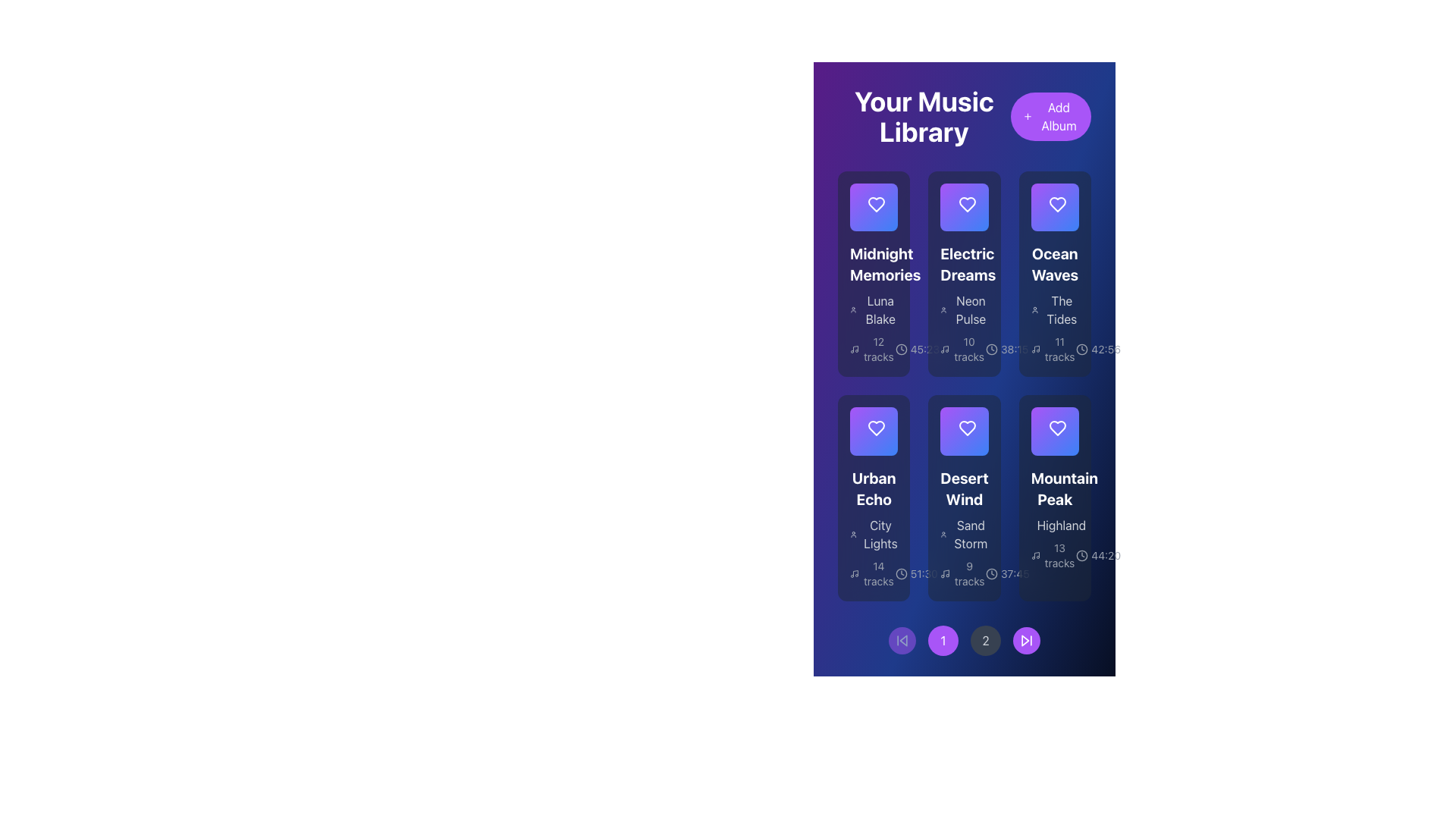  What do you see at coordinates (1054, 207) in the screenshot?
I see `the Interactive Heart icon with a radiant gradient background located in the 'Ocean Waves' card` at bounding box center [1054, 207].